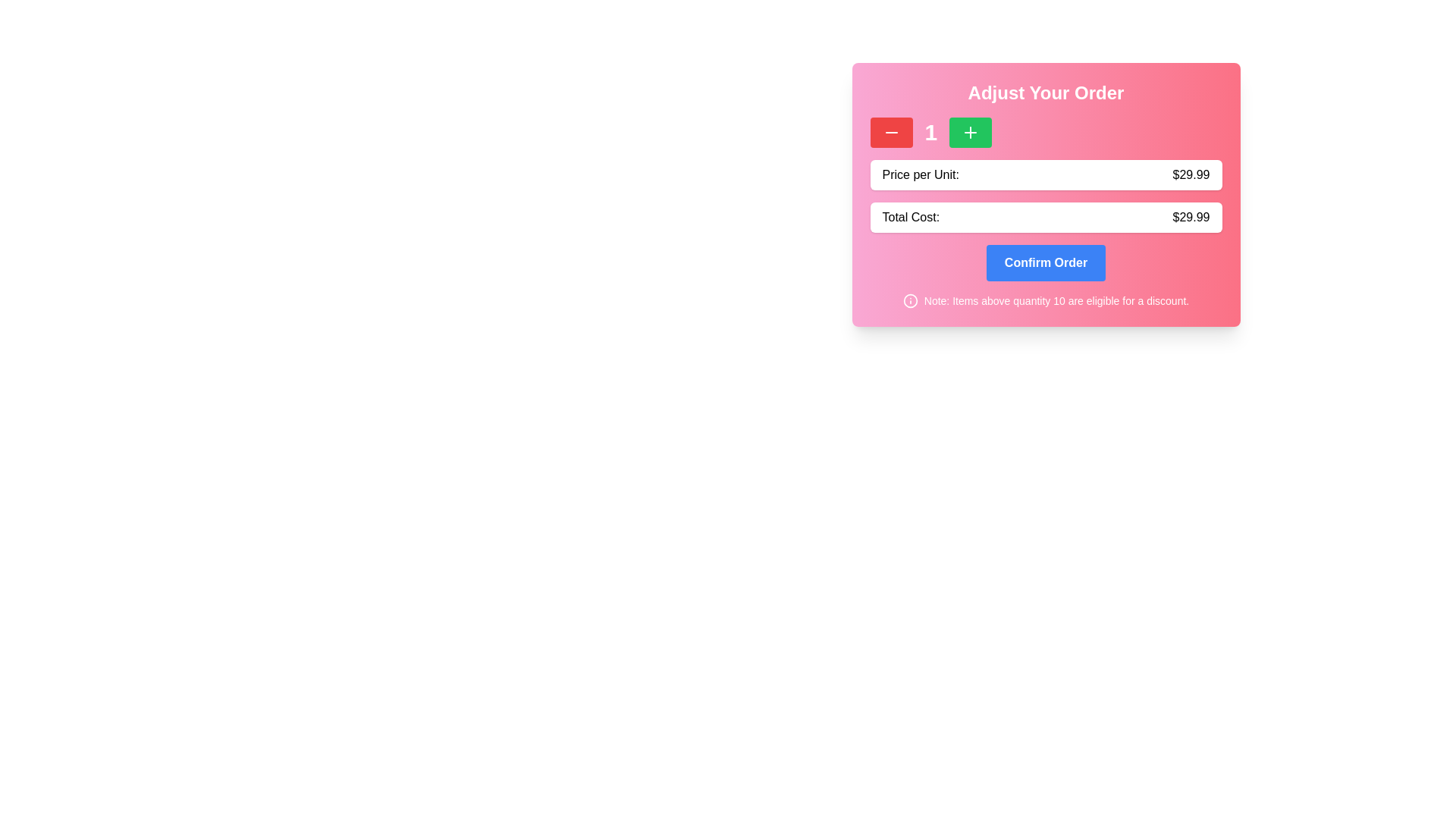 This screenshot has width=1456, height=819. I want to click on the confirmation button located centrally below the 'Total Cost' information to confirm the order, so click(1045, 262).